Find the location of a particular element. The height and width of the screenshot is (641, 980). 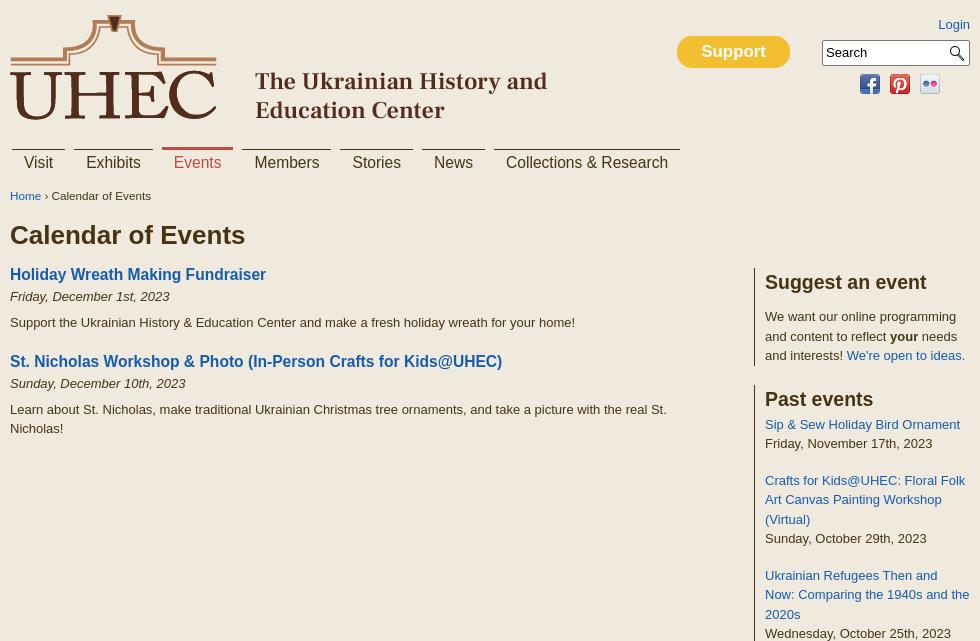

'Home' is located at coordinates (25, 194).